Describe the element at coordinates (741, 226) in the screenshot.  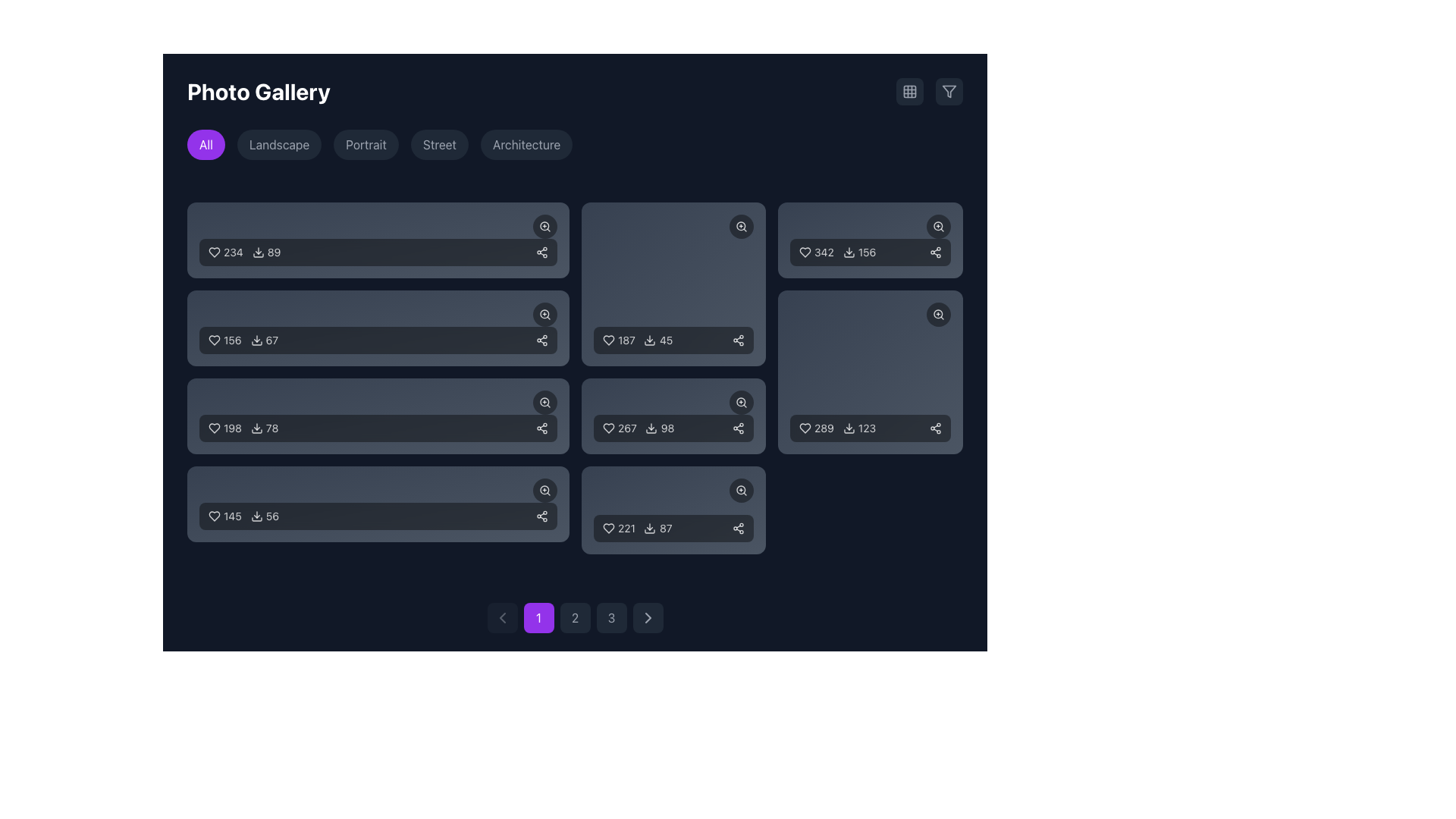
I see `the zoom icon located in the top-right corner of the rectangular card in the second column, second row of the grid` at that location.